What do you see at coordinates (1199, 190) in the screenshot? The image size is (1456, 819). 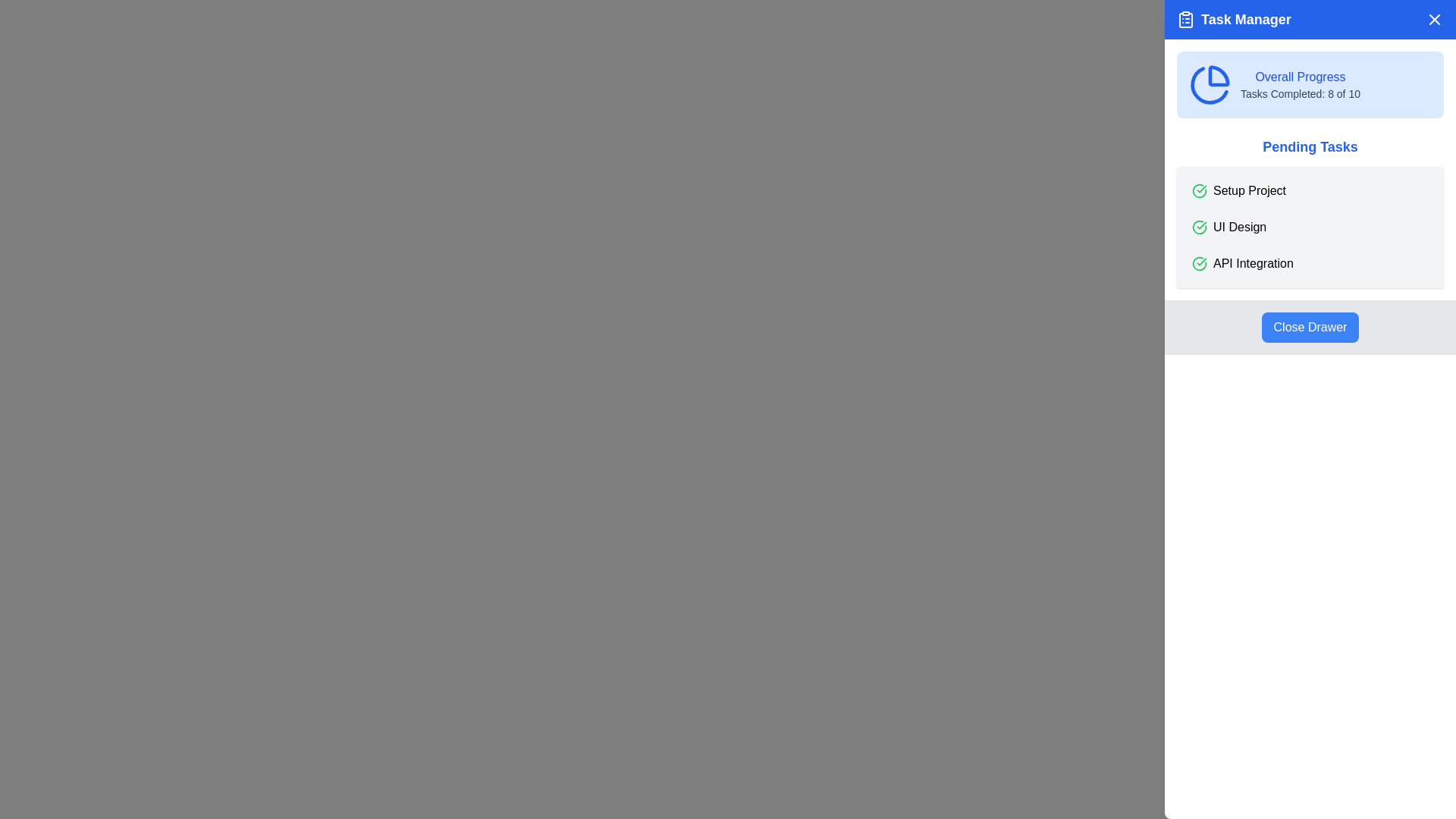 I see `the completion status icon for the 'Setup Project' task, which is located to the left of the text within the 'Pending Tasks' list` at bounding box center [1199, 190].